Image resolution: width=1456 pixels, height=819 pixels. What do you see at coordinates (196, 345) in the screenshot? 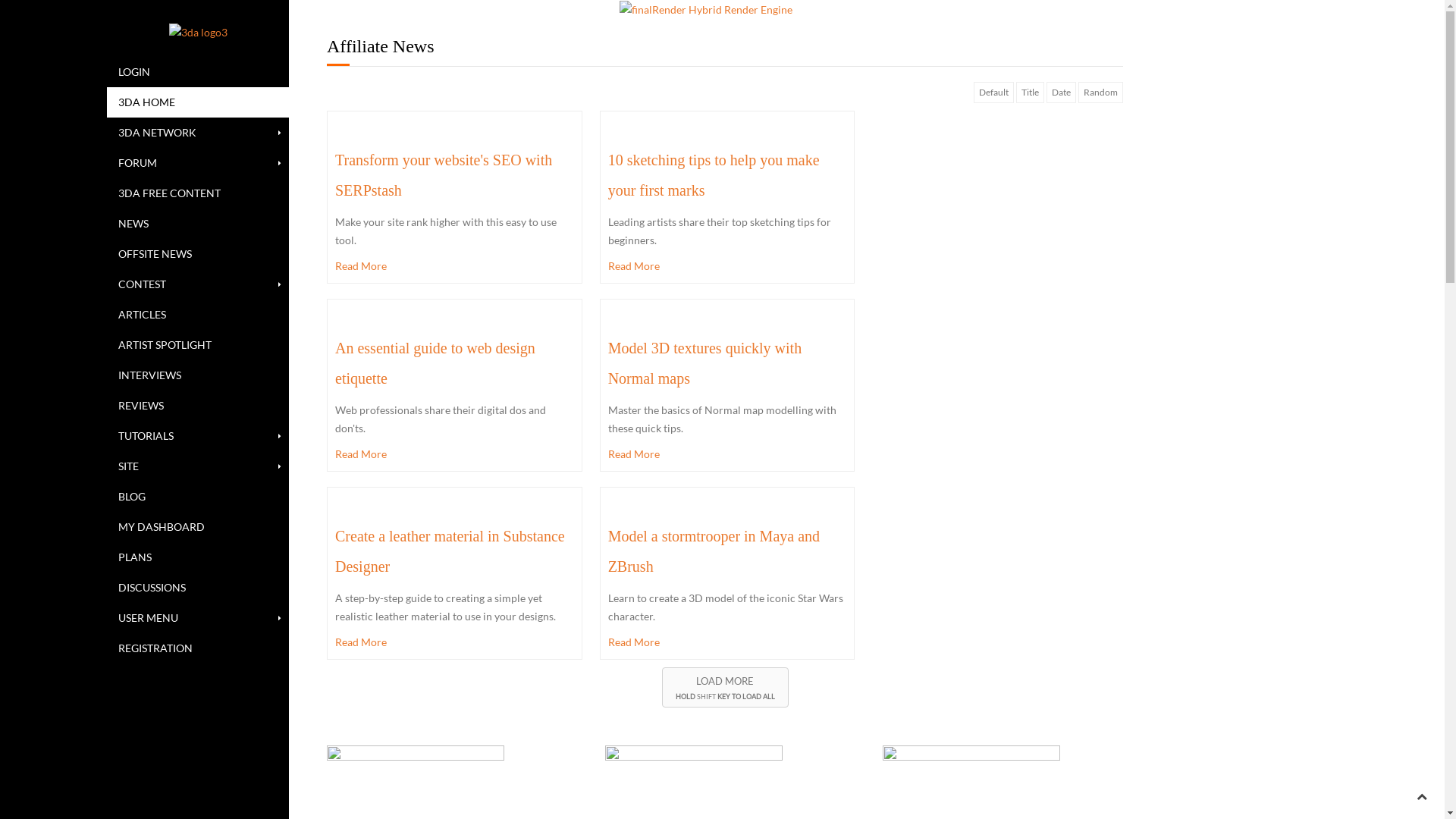
I see `'ARTIST SPOTLIGHT'` at bounding box center [196, 345].